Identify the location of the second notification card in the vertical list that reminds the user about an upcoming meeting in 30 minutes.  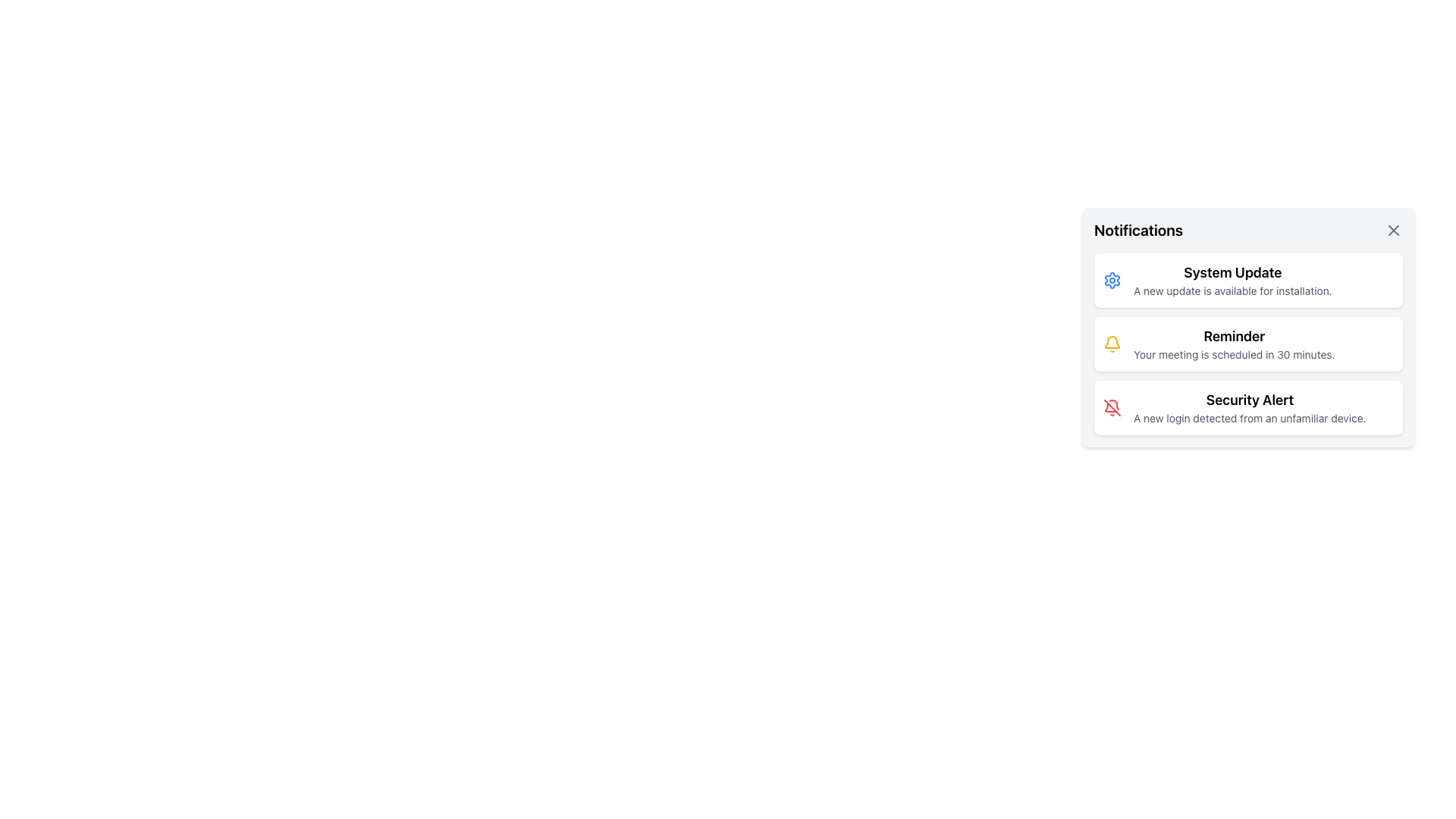
(1248, 344).